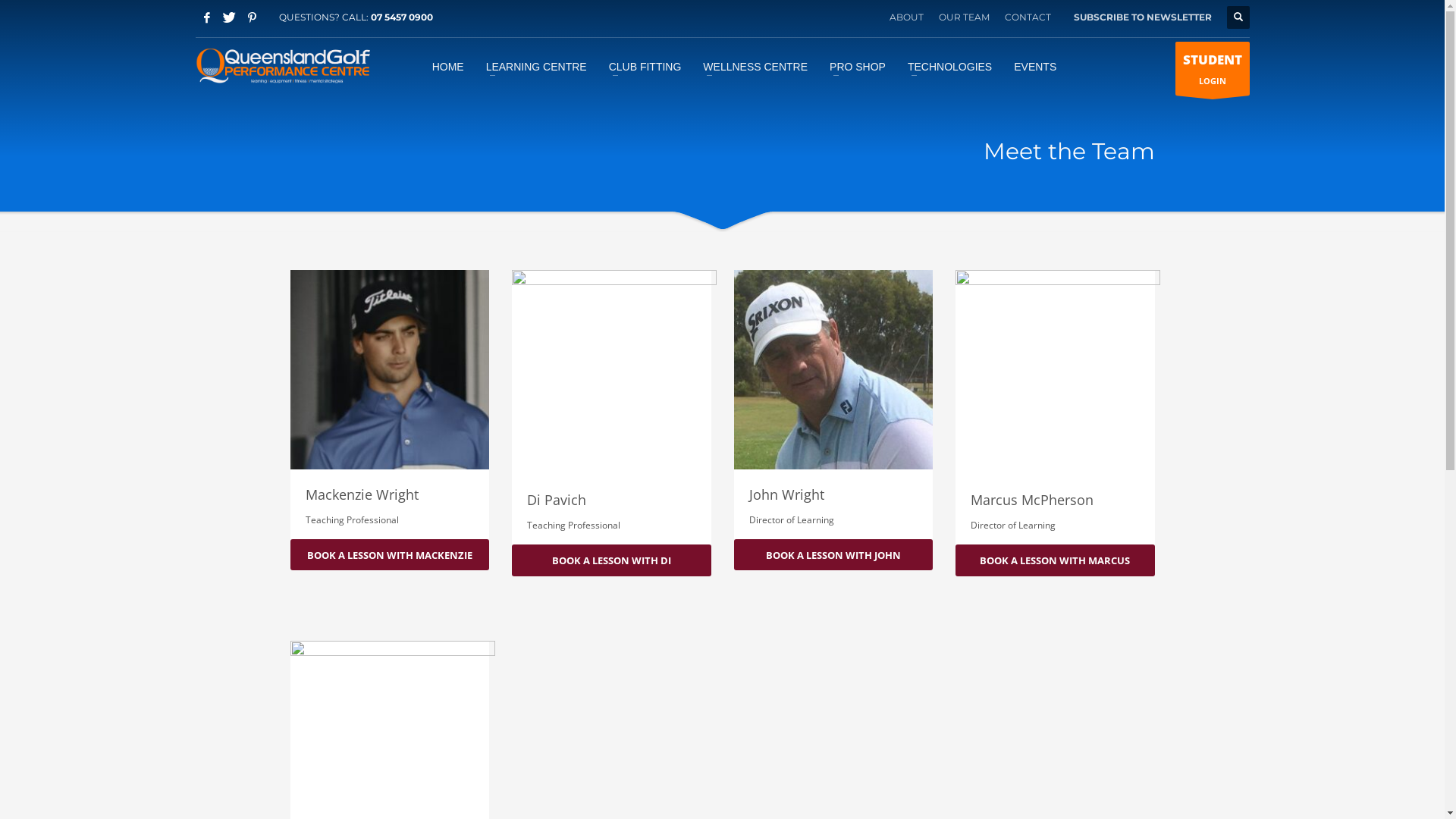 The height and width of the screenshot is (819, 1456). Describe the element at coordinates (833, 403) in the screenshot. I see `'John Wright` at that location.